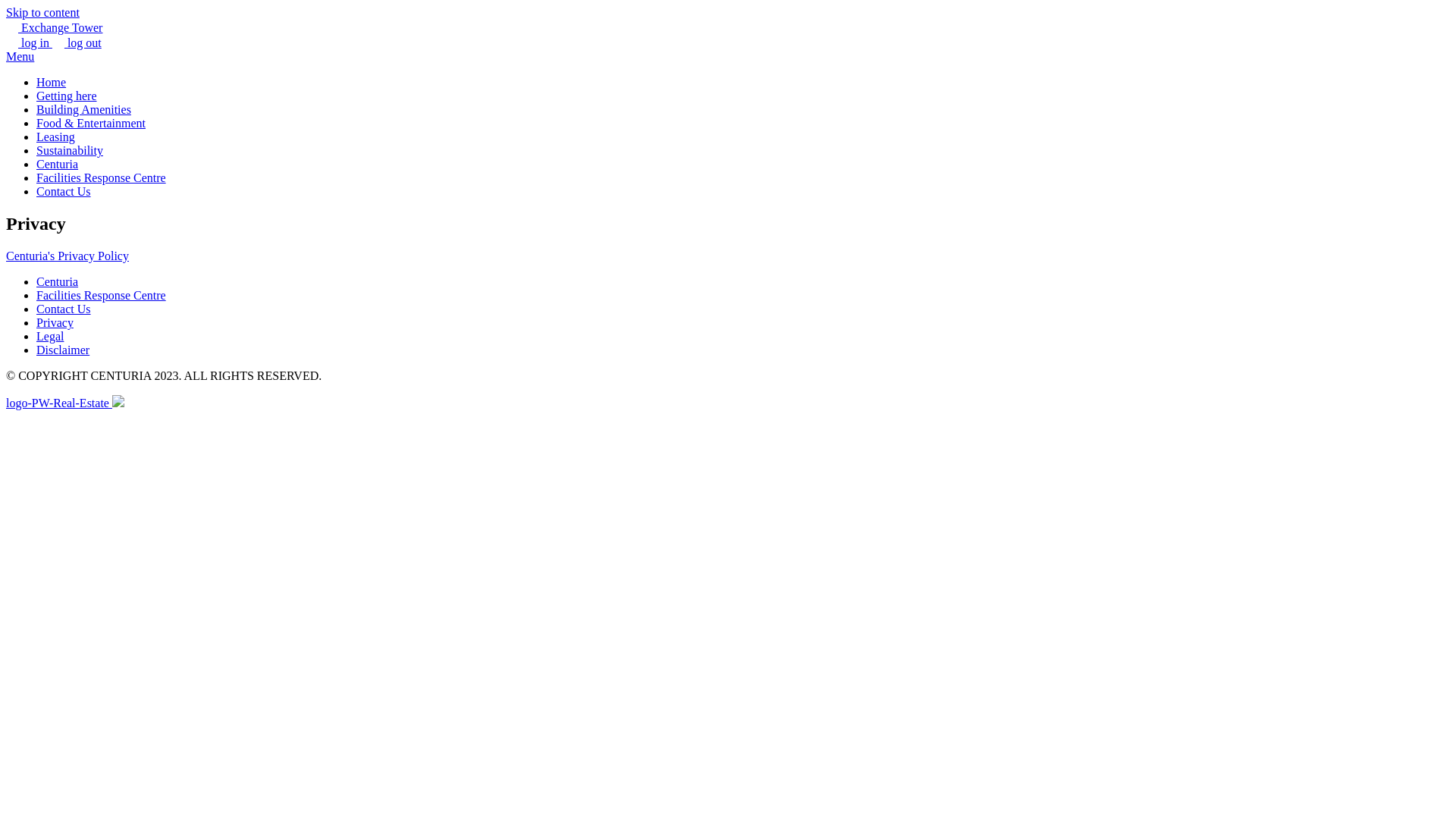  What do you see at coordinates (54, 27) in the screenshot?
I see `'Exchange Tower'` at bounding box center [54, 27].